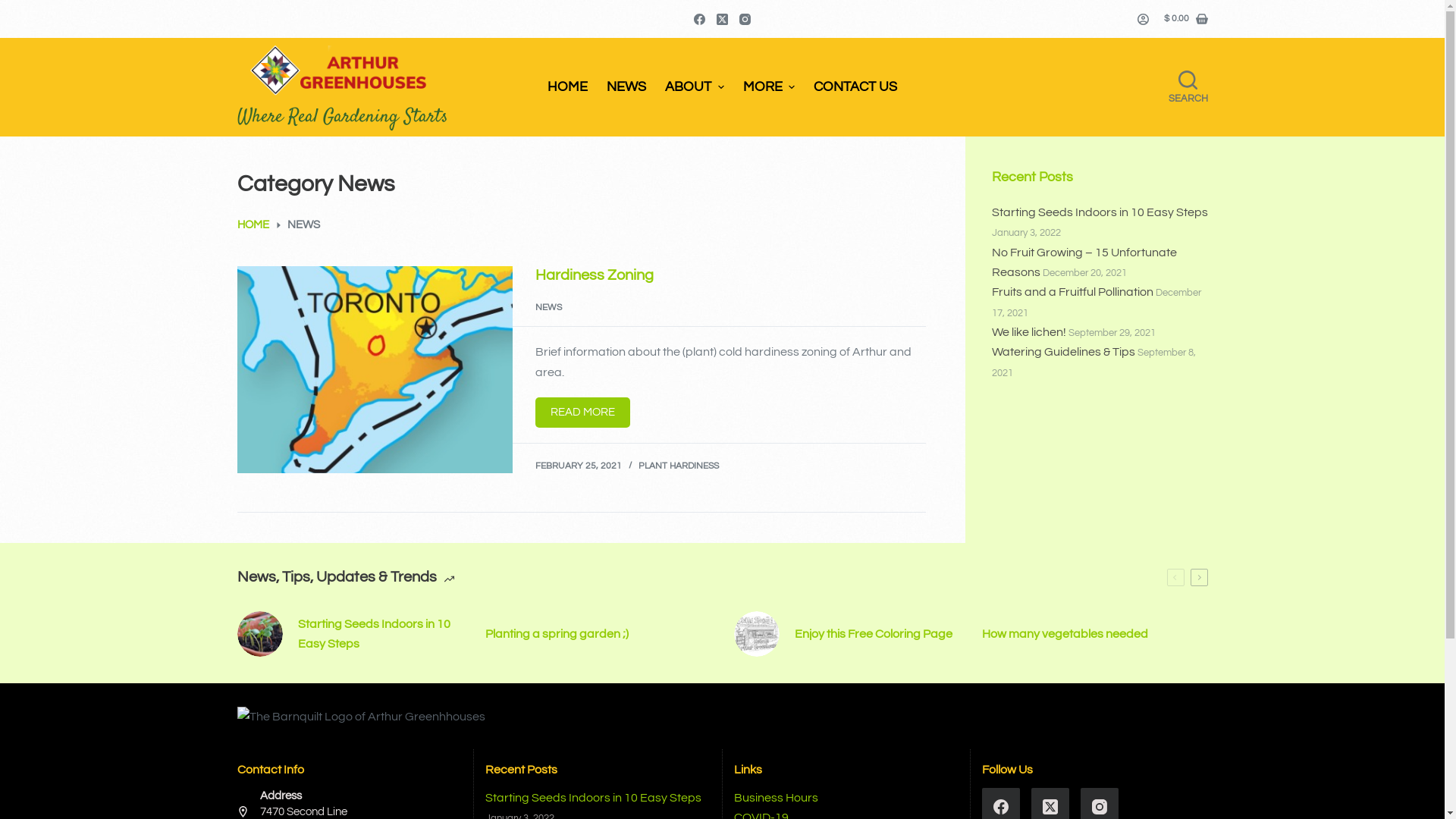 Image resolution: width=1456 pixels, height=819 pixels. Describe the element at coordinates (1029, 331) in the screenshot. I see `'We like lichen!'` at that location.